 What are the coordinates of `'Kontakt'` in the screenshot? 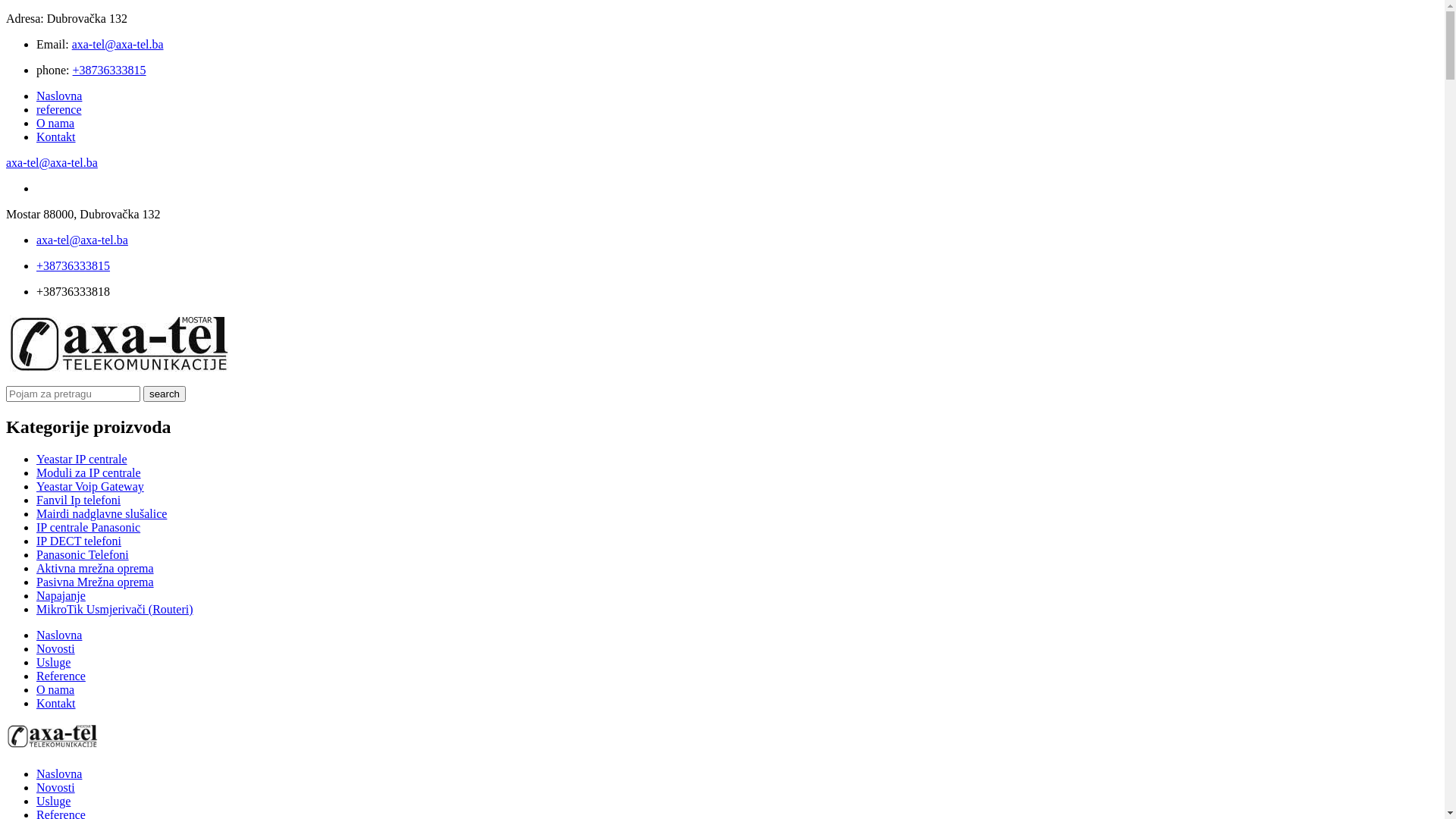 It's located at (55, 703).